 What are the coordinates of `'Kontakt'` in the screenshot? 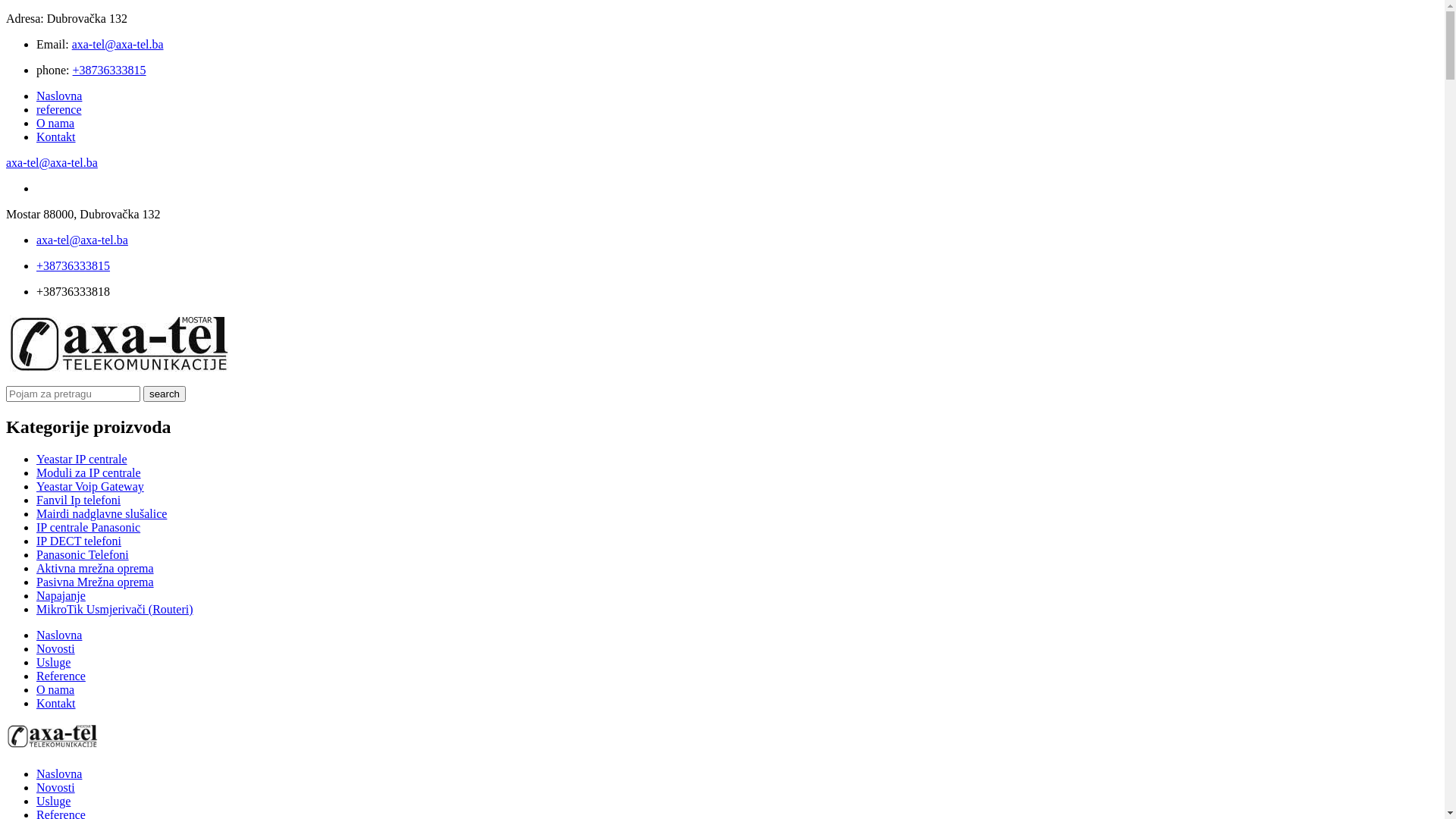 It's located at (55, 703).